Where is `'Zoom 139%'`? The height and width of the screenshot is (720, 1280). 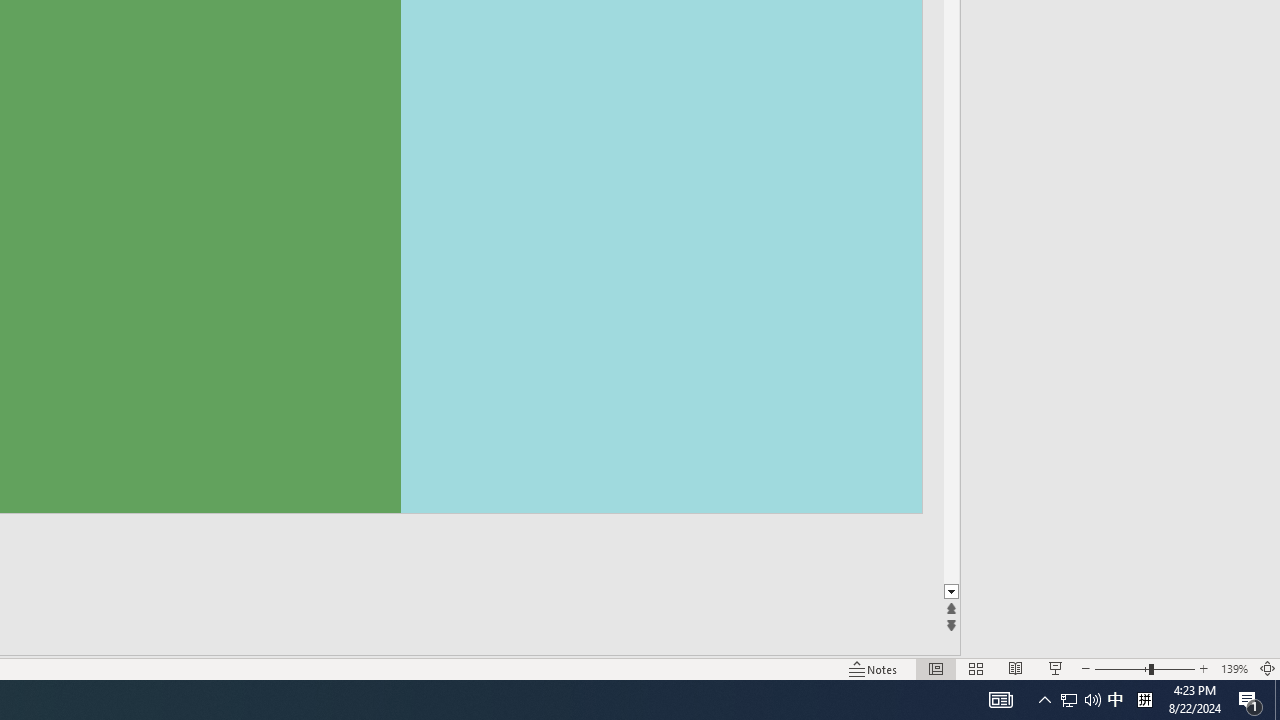
'Zoom 139%' is located at coordinates (1233, 669).